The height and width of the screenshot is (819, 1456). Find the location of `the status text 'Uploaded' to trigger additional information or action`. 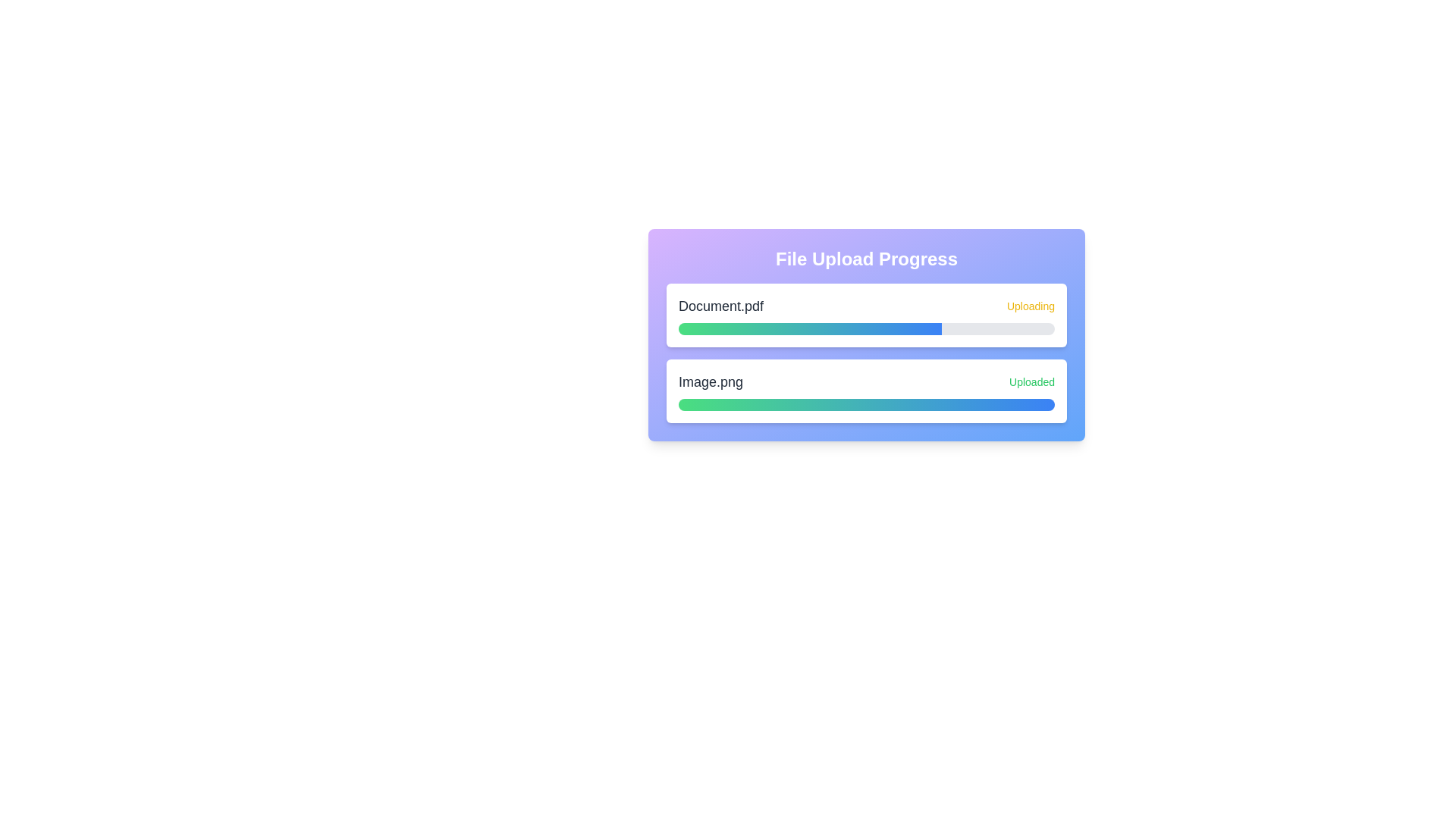

the status text 'Uploaded' to trigger additional information or action is located at coordinates (1031, 381).